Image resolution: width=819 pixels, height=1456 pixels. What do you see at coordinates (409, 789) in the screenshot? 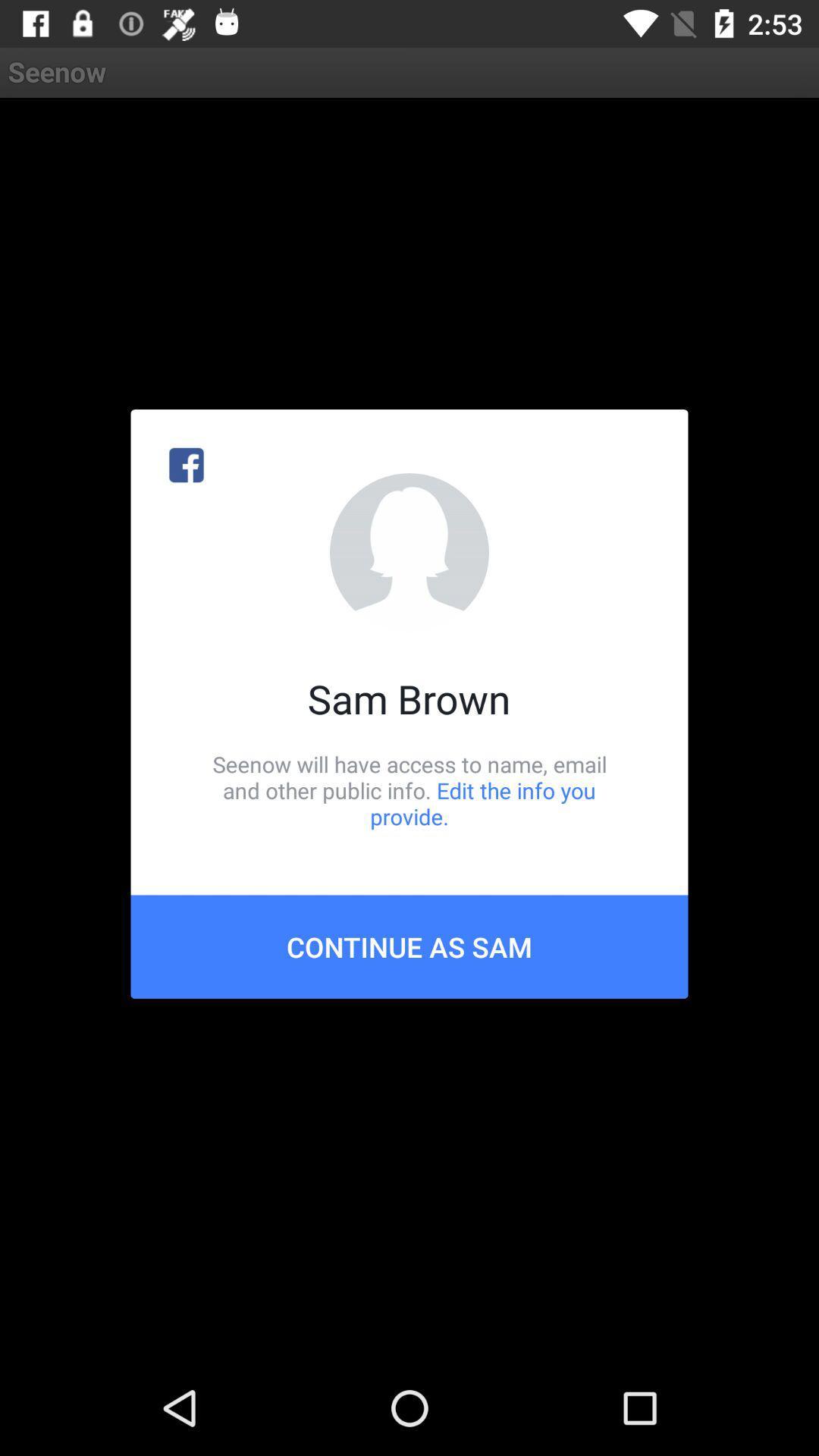
I see `seenow will have icon` at bounding box center [409, 789].